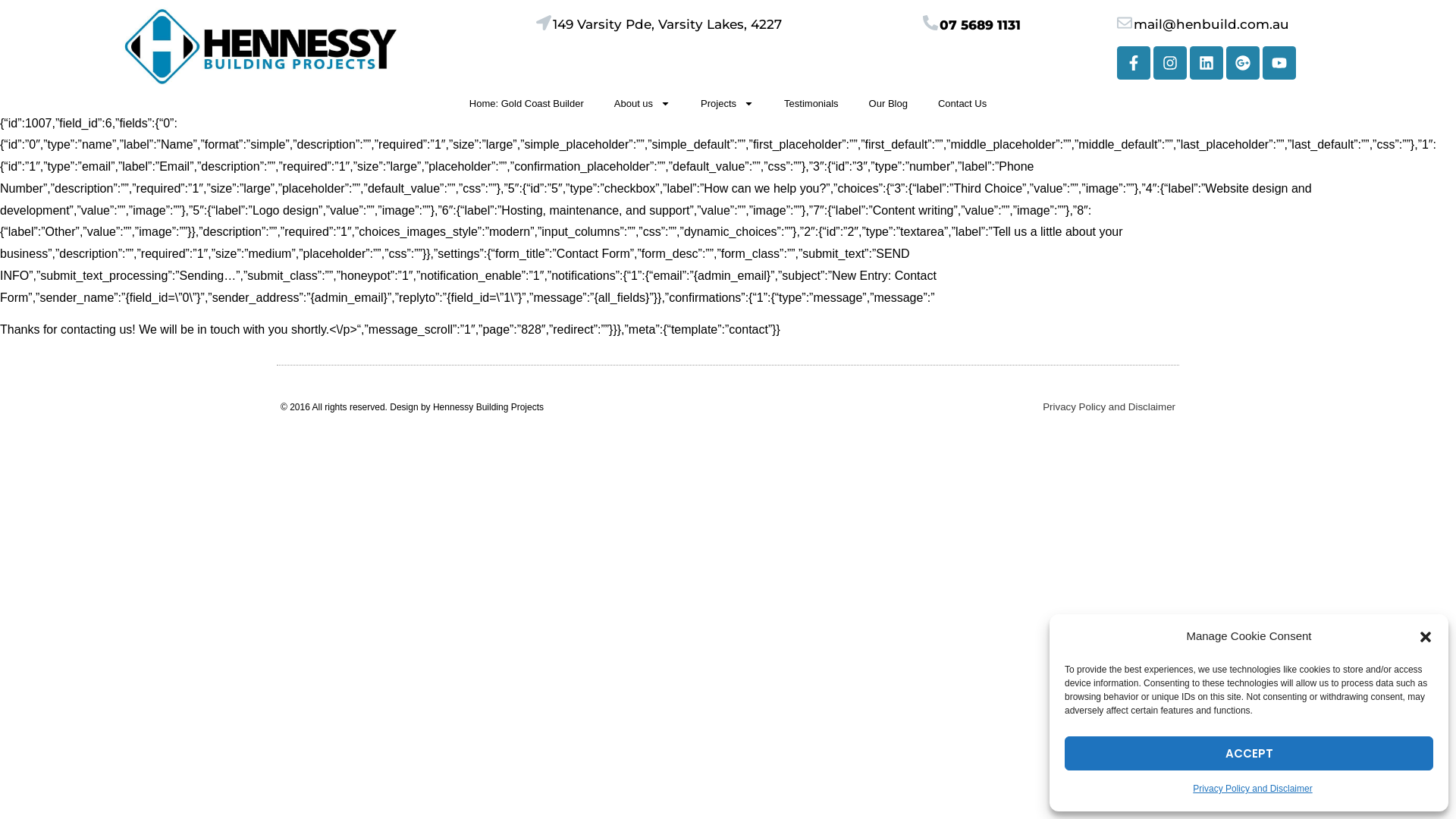  What do you see at coordinates (526, 102) in the screenshot?
I see `'Home: Gold Coast Builder'` at bounding box center [526, 102].